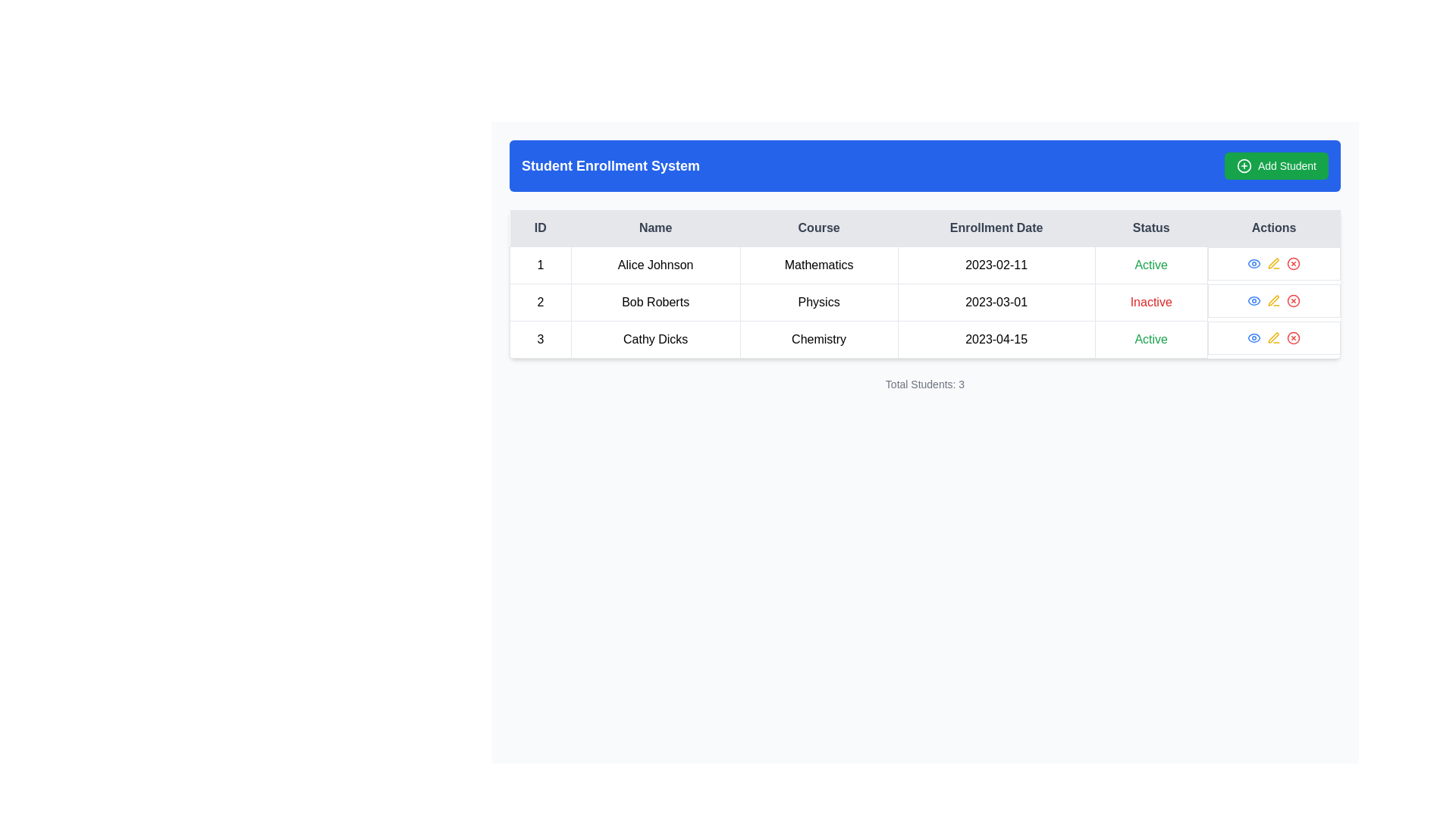 Image resolution: width=1456 pixels, height=819 pixels. I want to click on the stylized eye-shaped icon button located in the 'Actions' column of the second row, so click(1254, 300).